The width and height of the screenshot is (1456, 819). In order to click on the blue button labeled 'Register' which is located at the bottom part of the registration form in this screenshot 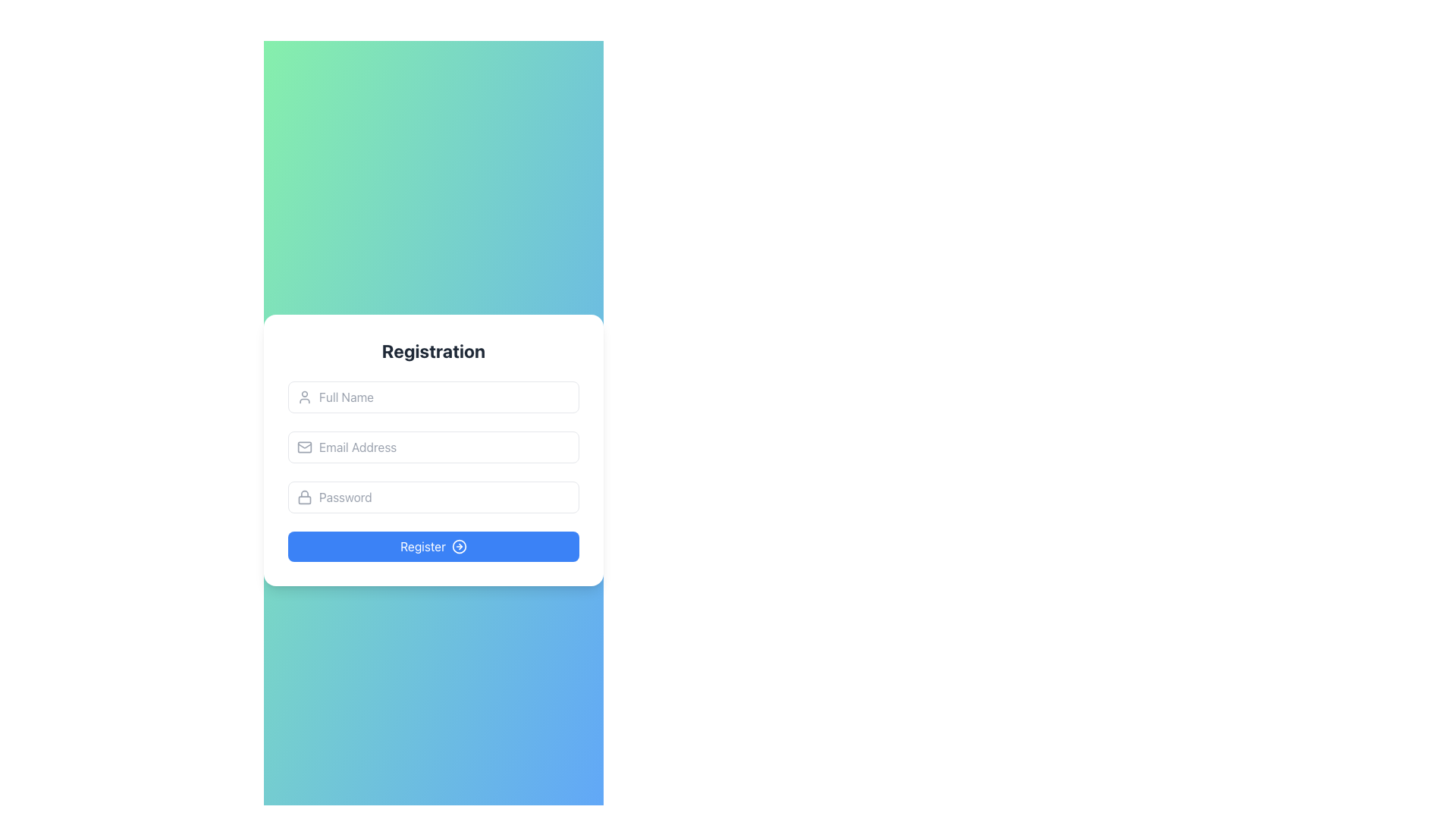, I will do `click(422, 547)`.